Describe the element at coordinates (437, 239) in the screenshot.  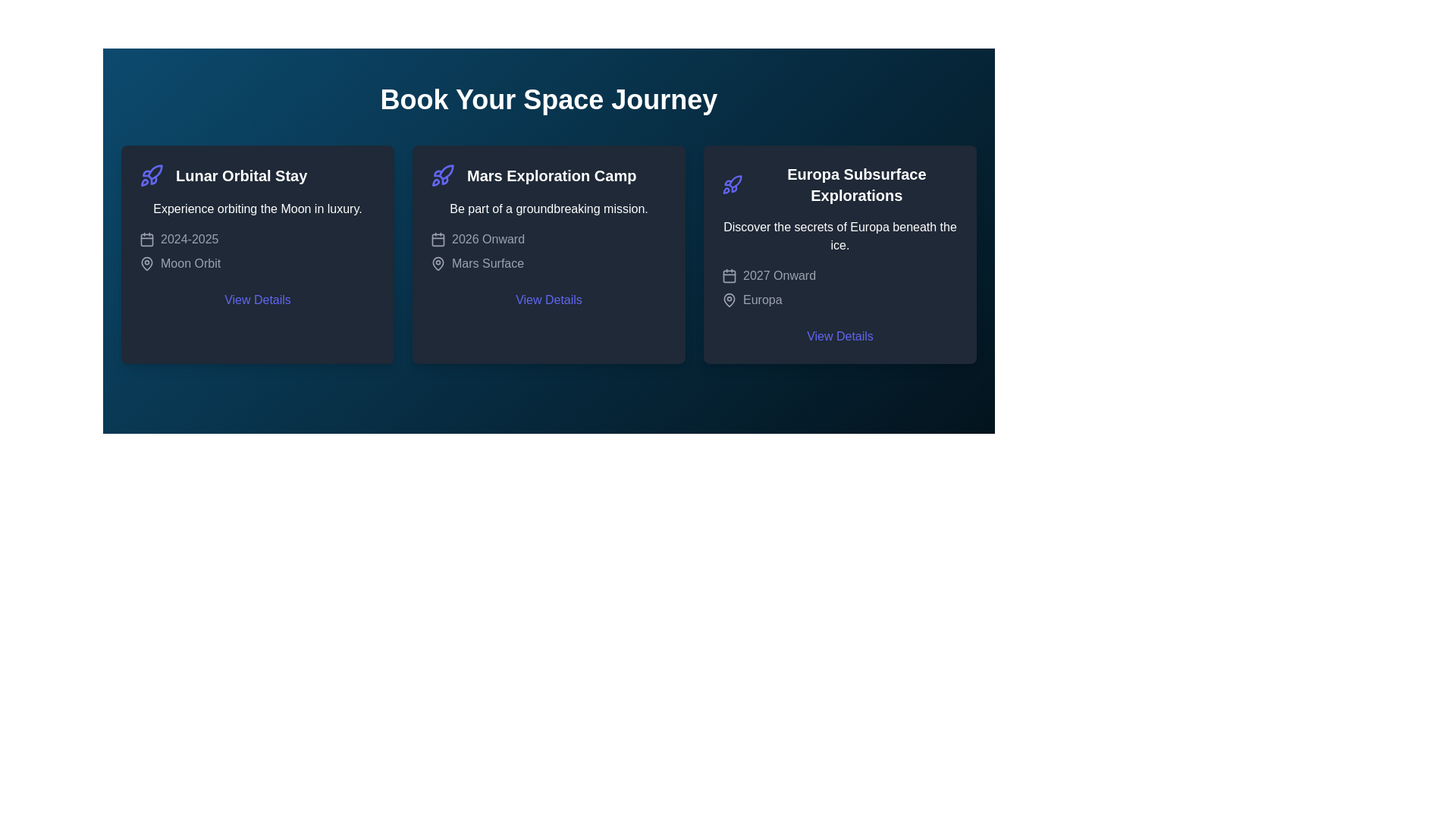
I see `the date/time icon representing '2026 Onward', which is located in the second card titled 'Mars Exploration Camp', positioned to the left of the '2026 Onward' text` at that location.